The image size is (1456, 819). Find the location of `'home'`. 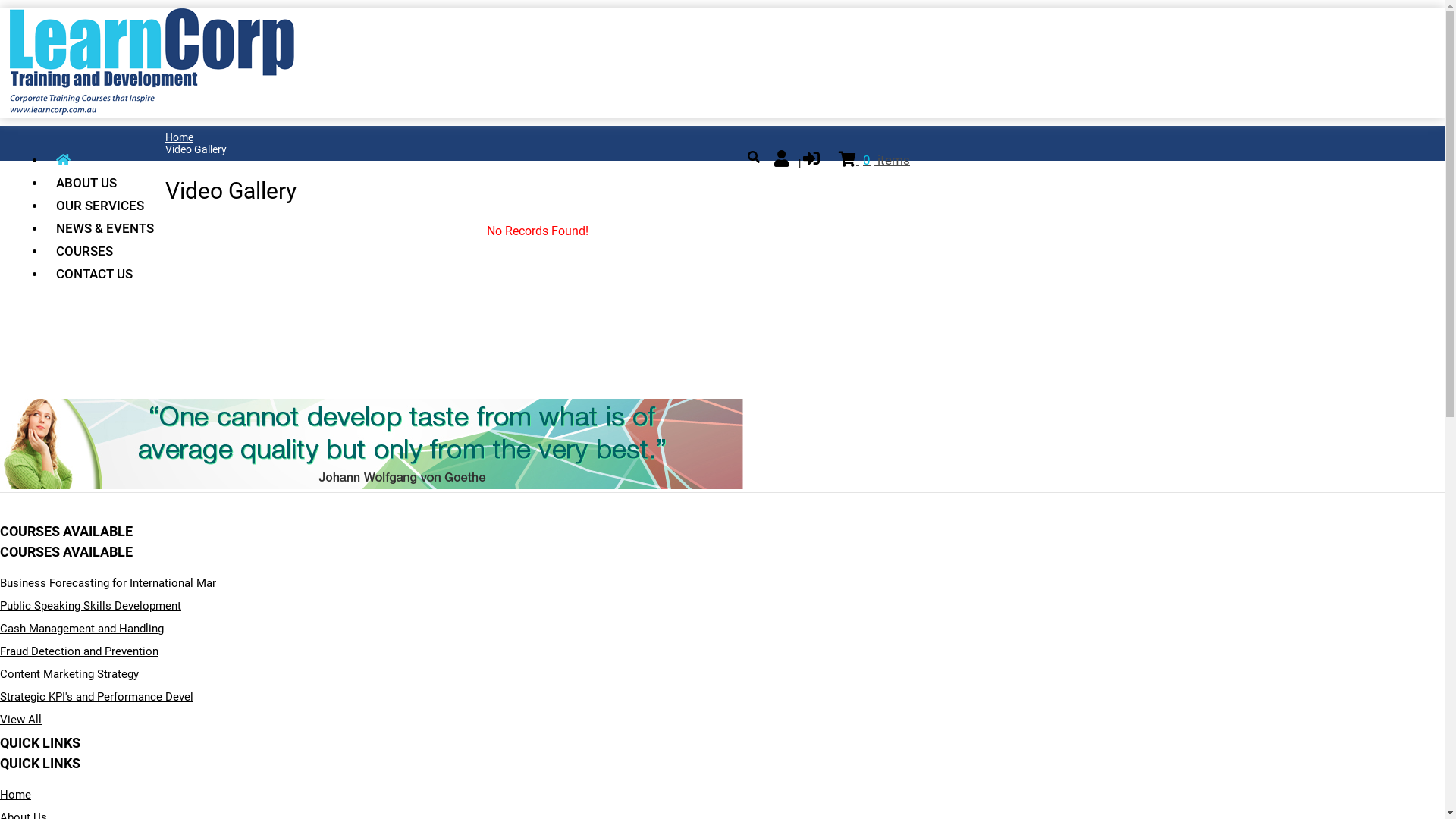

'home' is located at coordinates (105, 160).